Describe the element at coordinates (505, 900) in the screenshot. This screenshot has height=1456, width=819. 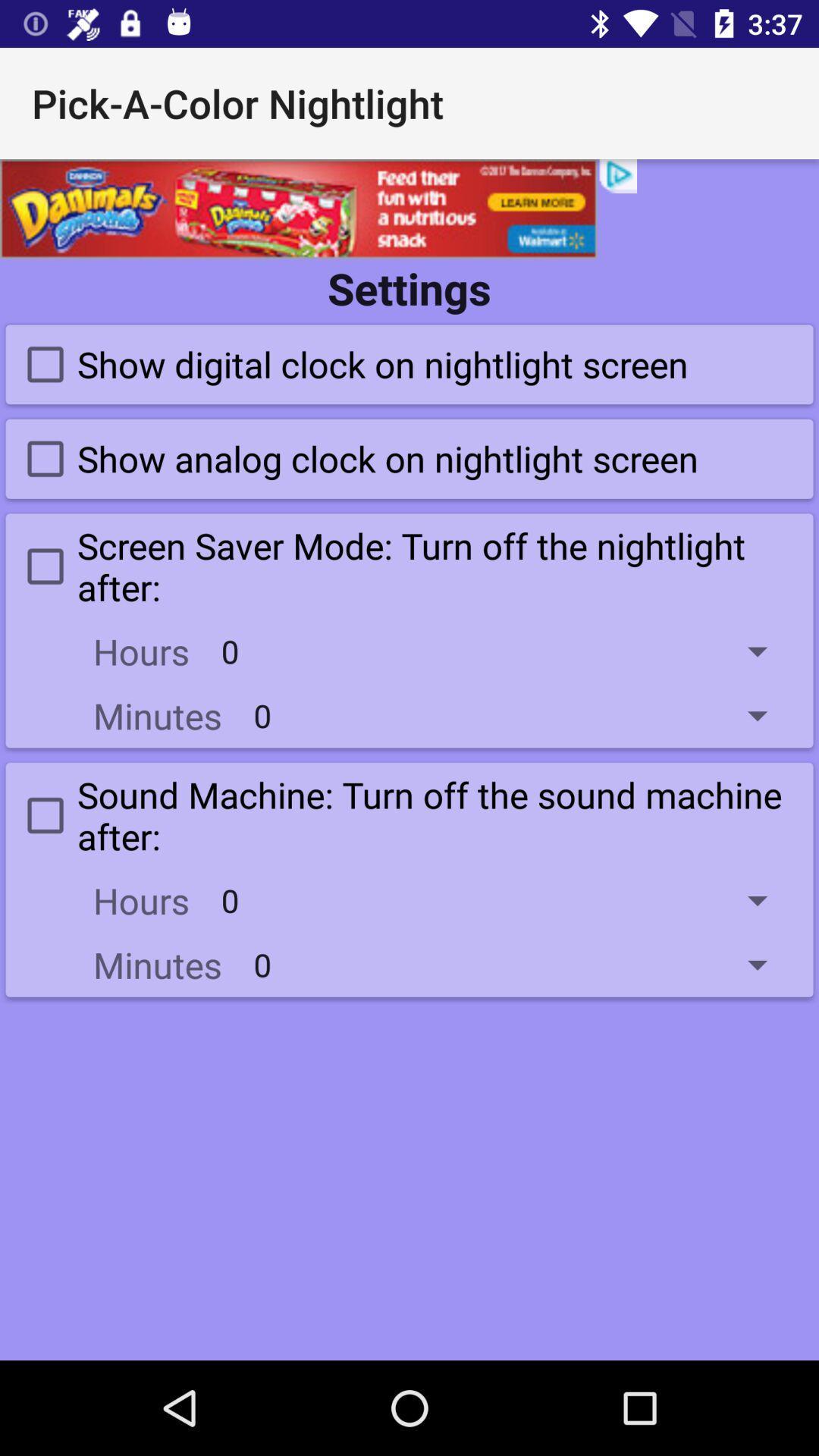
I see `th icon beside hours text` at that location.